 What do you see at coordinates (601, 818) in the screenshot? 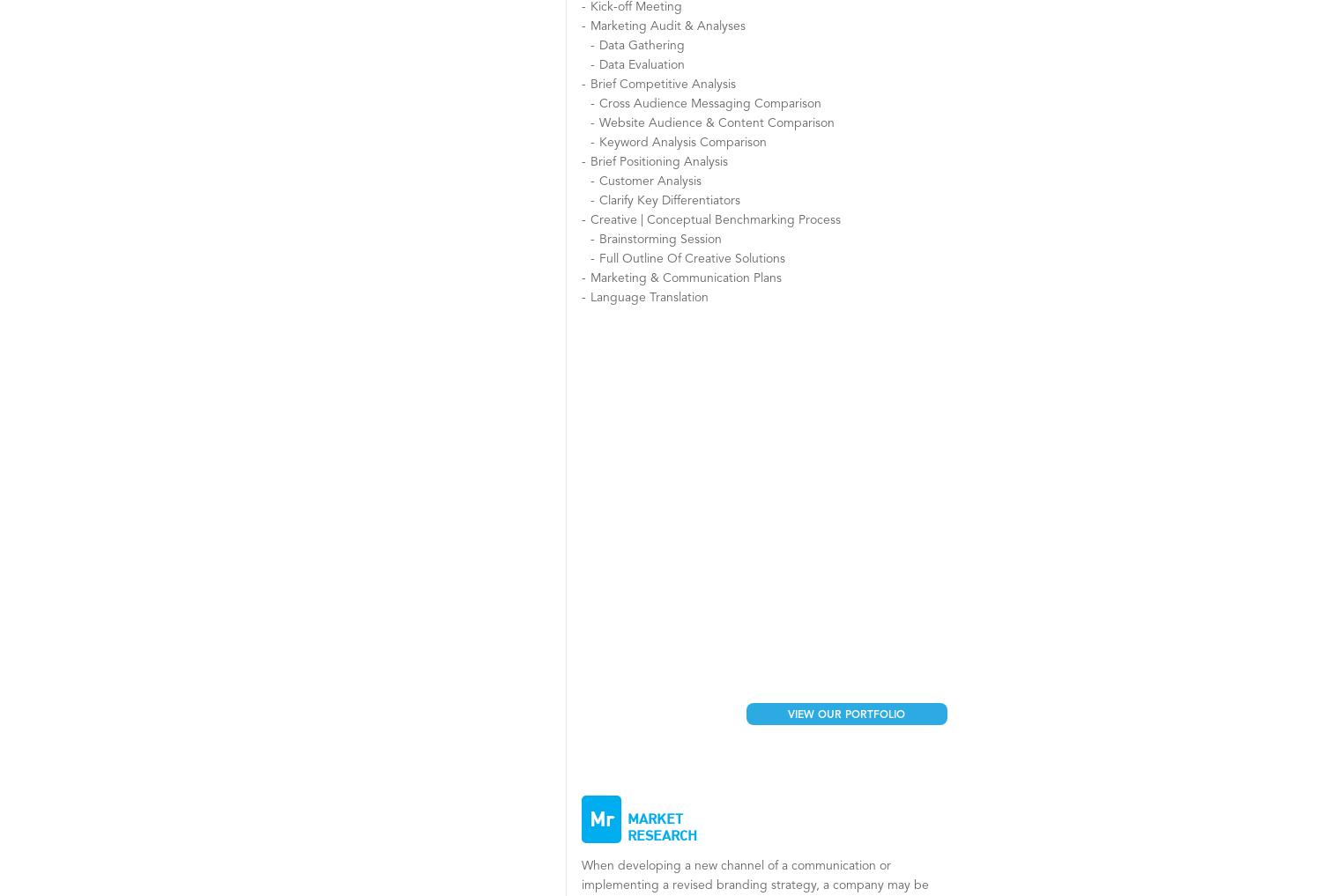
I see `'mr'` at bounding box center [601, 818].